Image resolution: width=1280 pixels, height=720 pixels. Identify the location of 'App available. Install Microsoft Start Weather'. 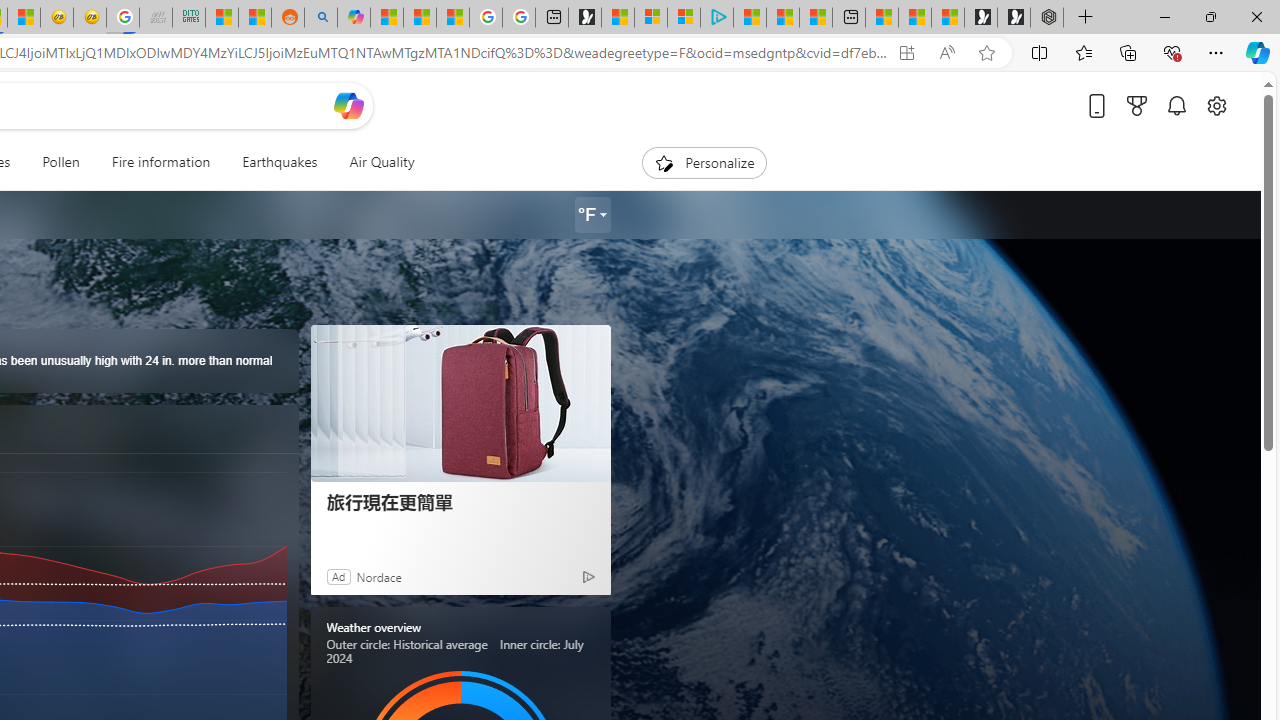
(905, 52).